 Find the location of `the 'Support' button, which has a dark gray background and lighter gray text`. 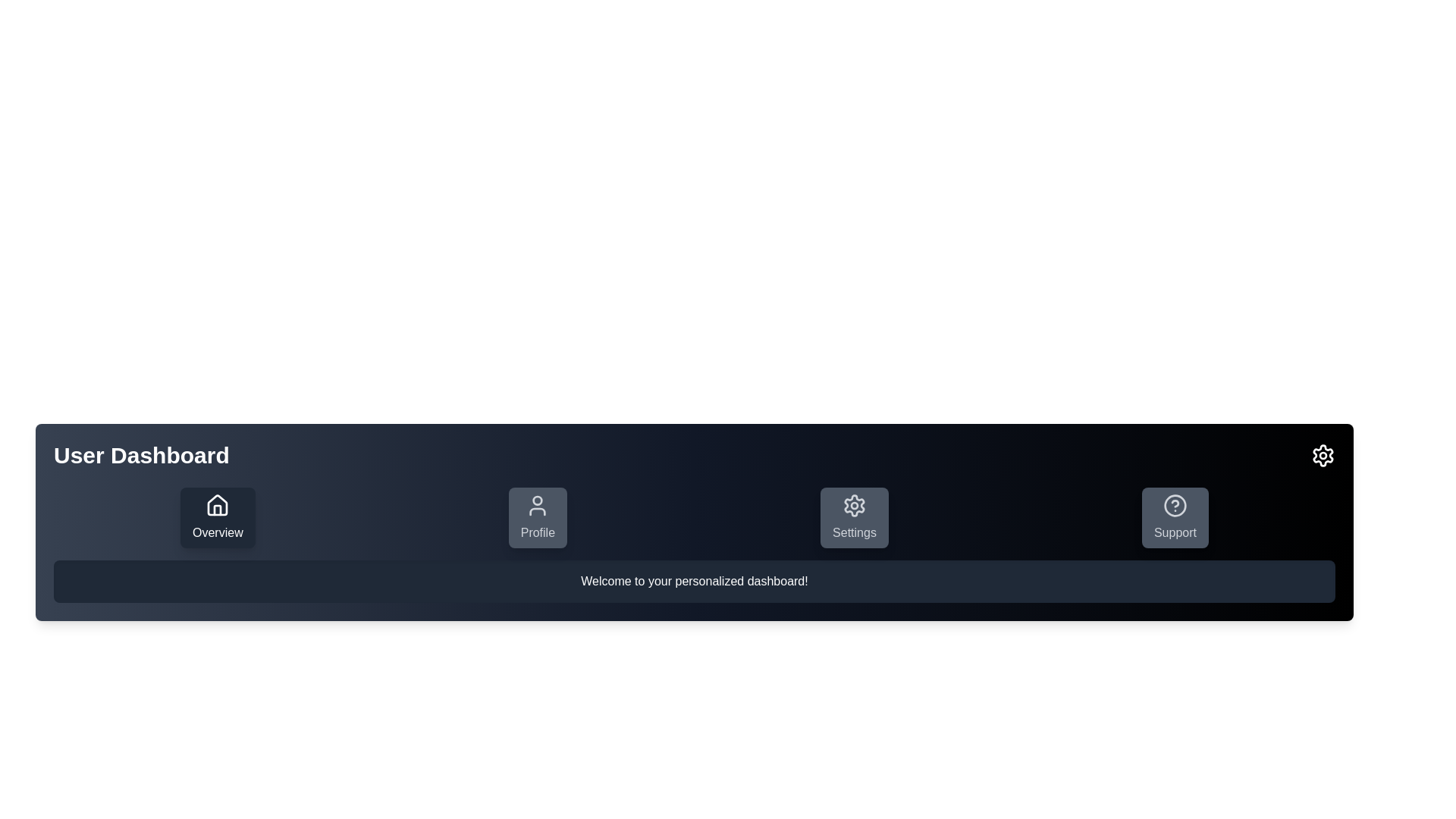

the 'Support' button, which has a dark gray background and lighter gray text is located at coordinates (1175, 516).